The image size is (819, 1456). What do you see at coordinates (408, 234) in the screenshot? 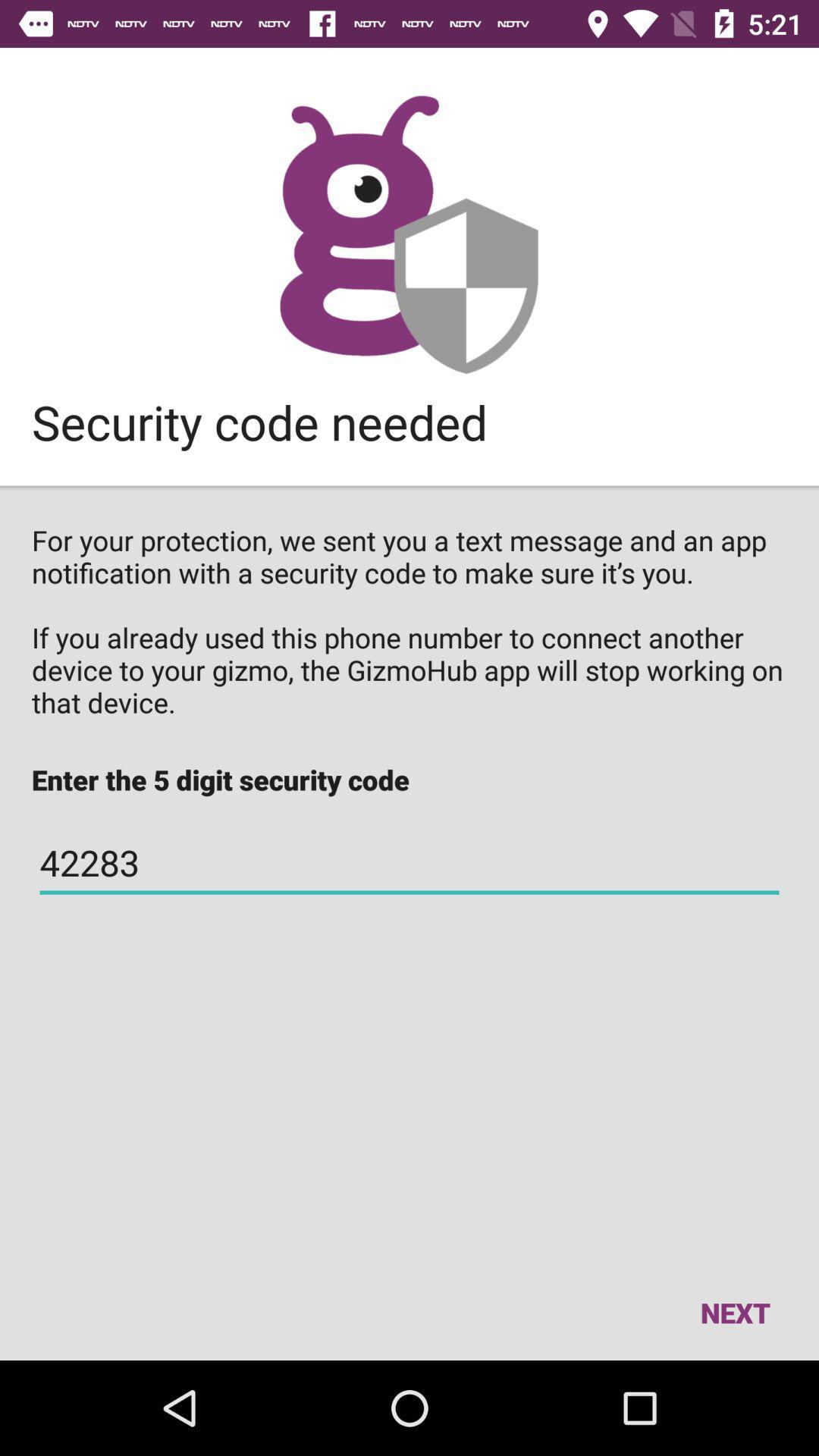
I see `item above the security code needed item` at bounding box center [408, 234].